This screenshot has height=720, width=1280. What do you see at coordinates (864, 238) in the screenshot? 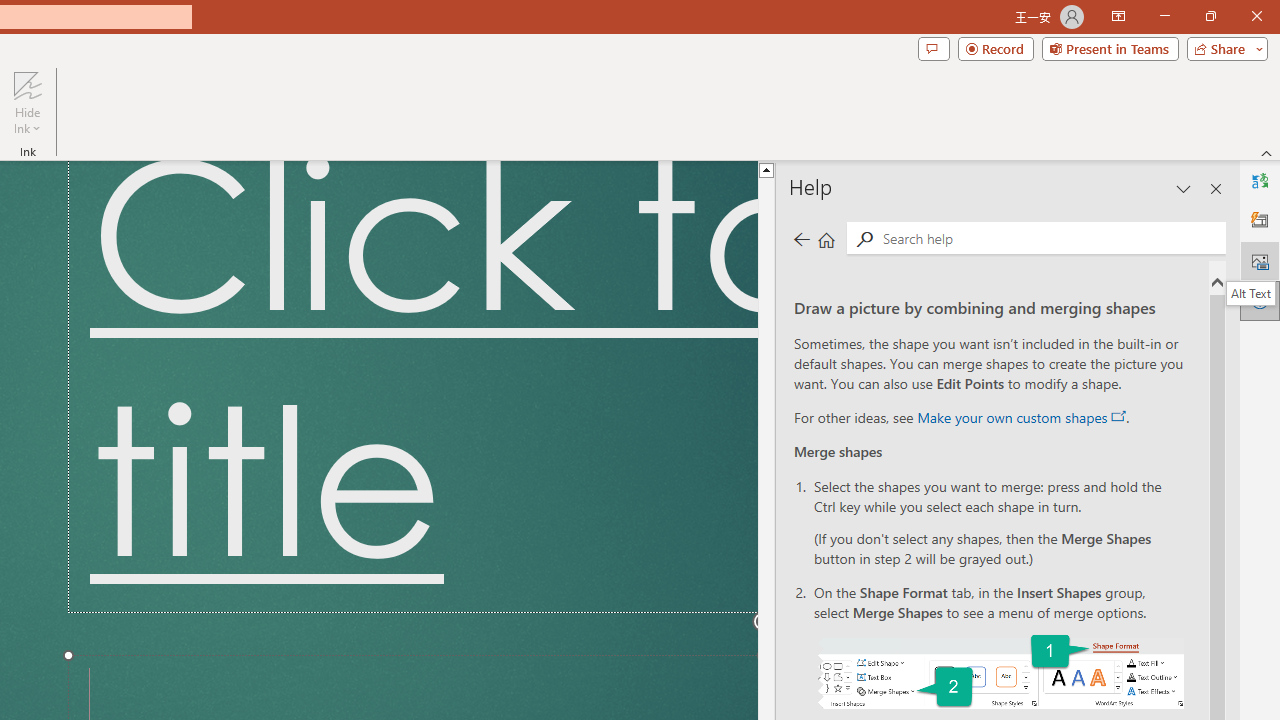
I see `'Search'` at bounding box center [864, 238].